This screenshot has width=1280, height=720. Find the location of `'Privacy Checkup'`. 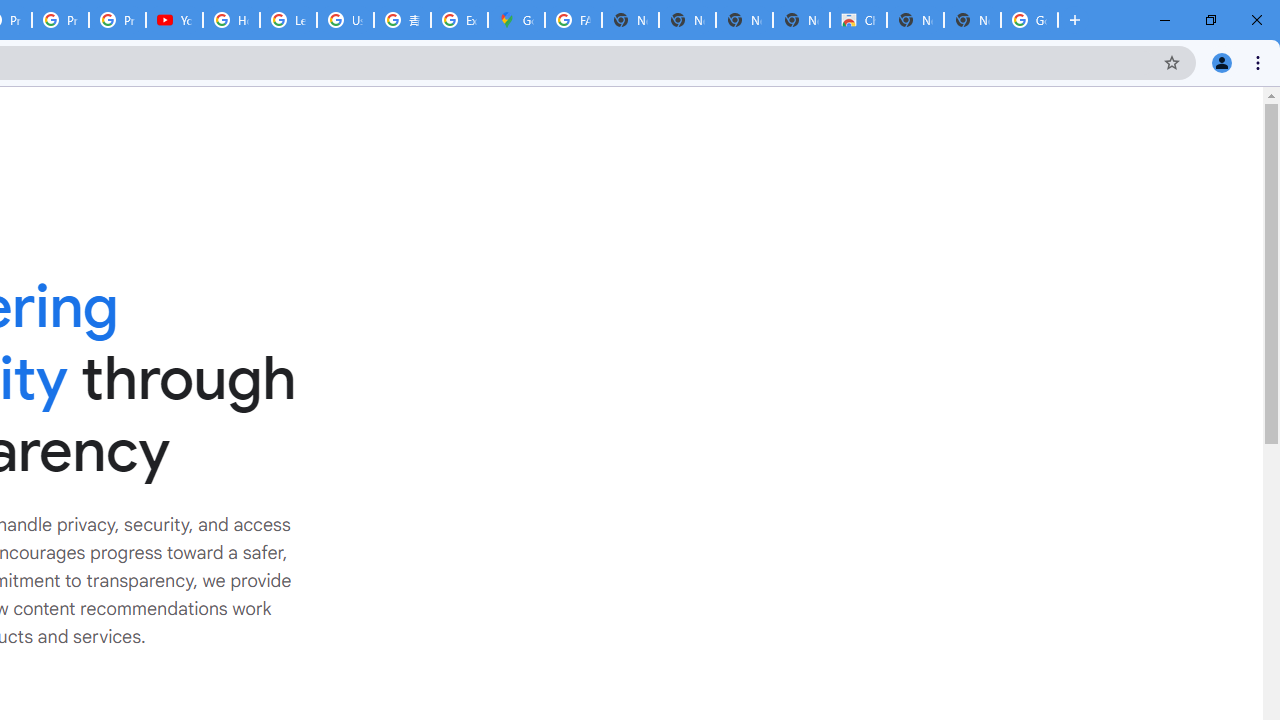

'Privacy Checkup' is located at coordinates (116, 20).